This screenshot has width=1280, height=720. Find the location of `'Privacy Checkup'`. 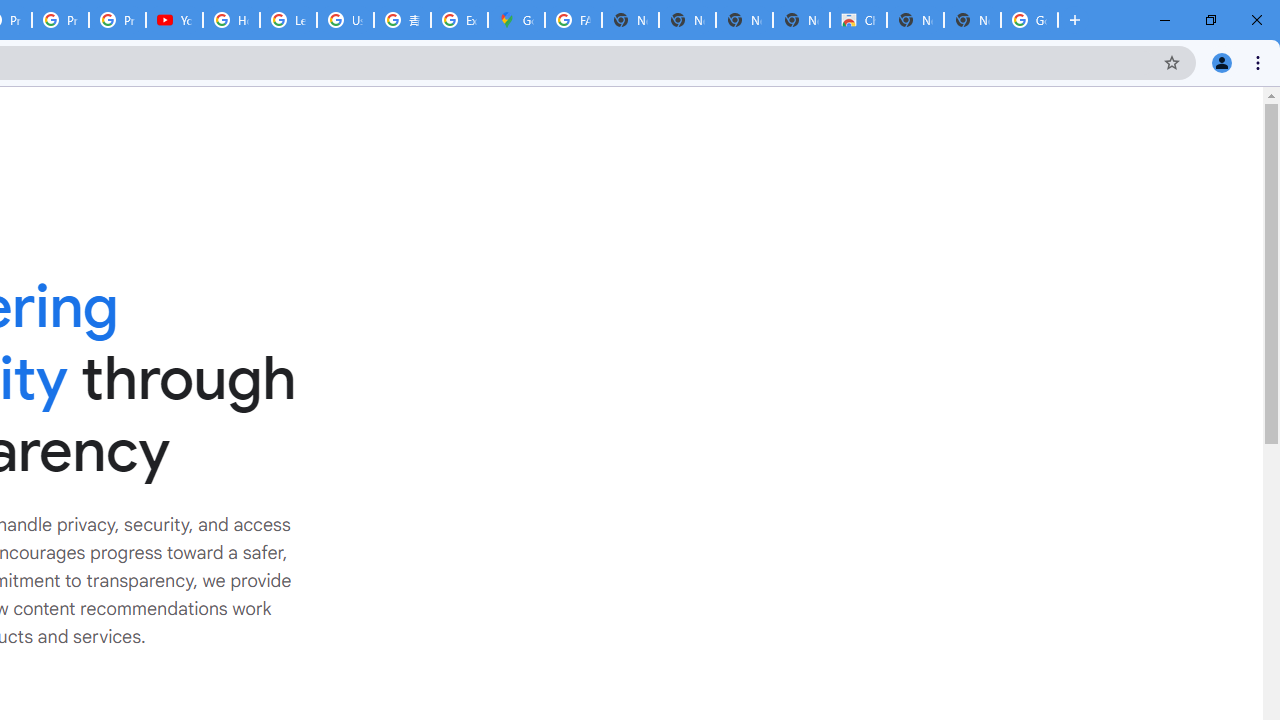

'Privacy Checkup' is located at coordinates (116, 20).